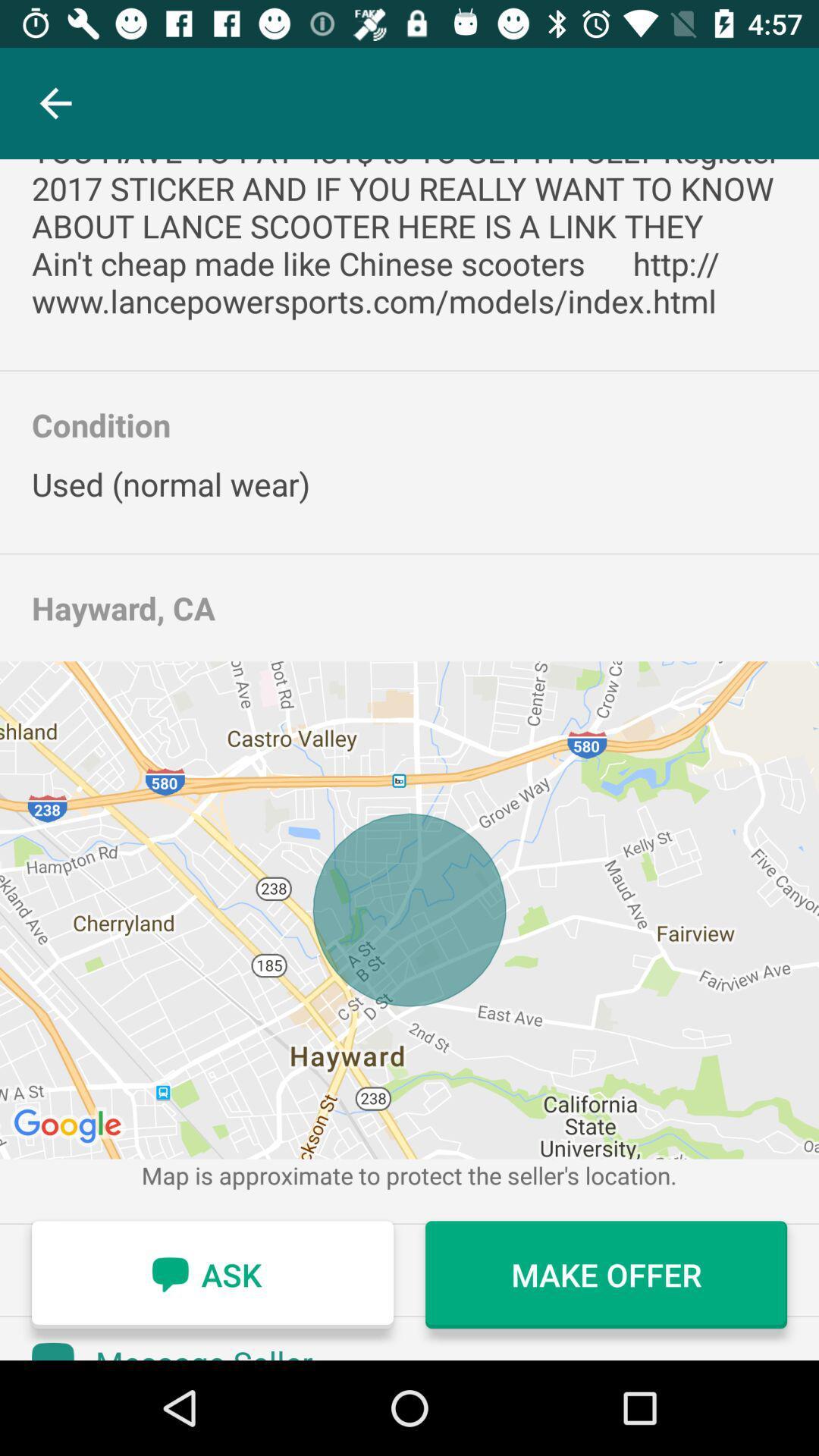  Describe the element at coordinates (605, 1274) in the screenshot. I see `the make offer` at that location.